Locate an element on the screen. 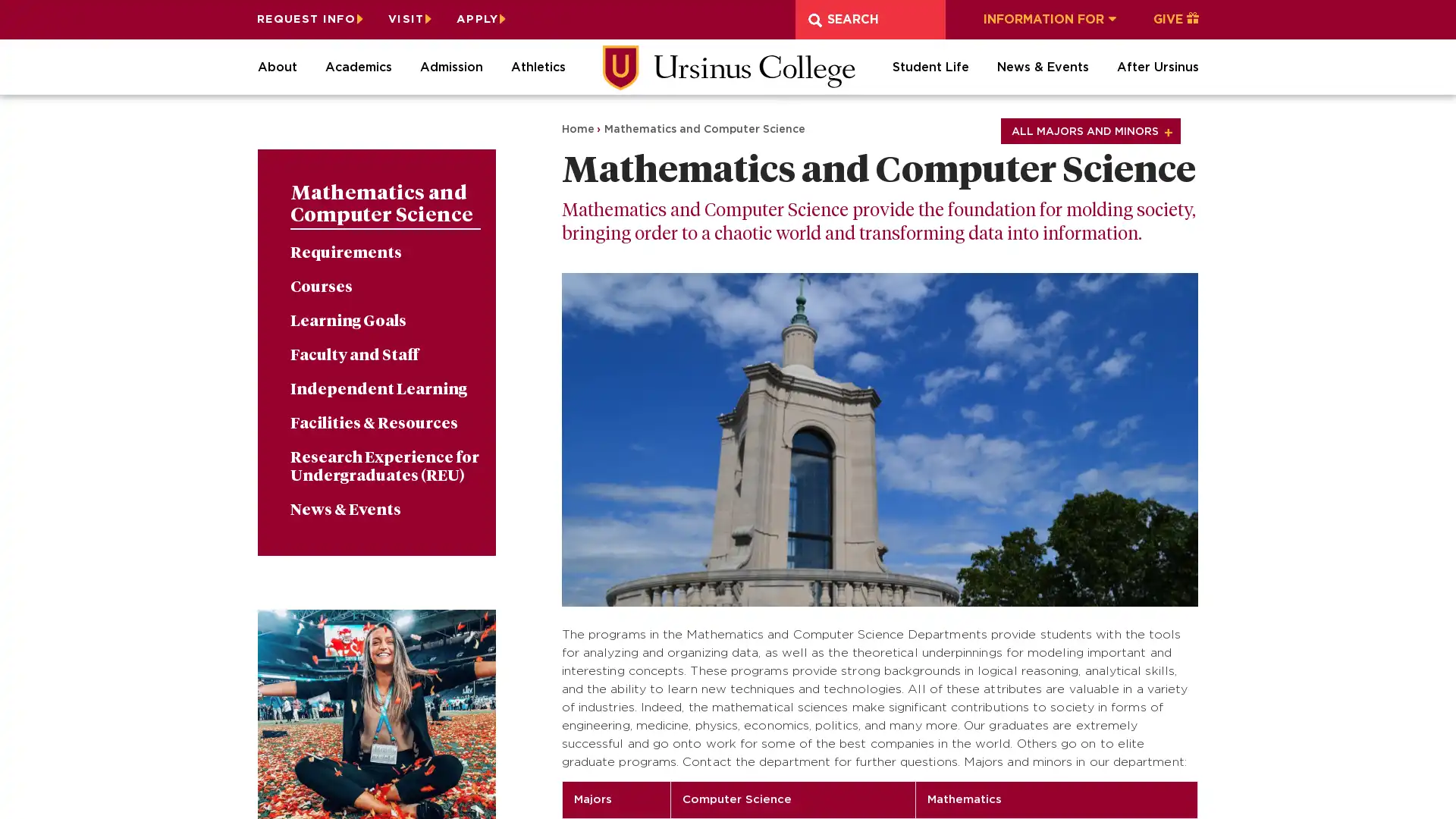 The width and height of the screenshot is (1456, 819). Search Maginifying Glass is located at coordinates (814, 20).